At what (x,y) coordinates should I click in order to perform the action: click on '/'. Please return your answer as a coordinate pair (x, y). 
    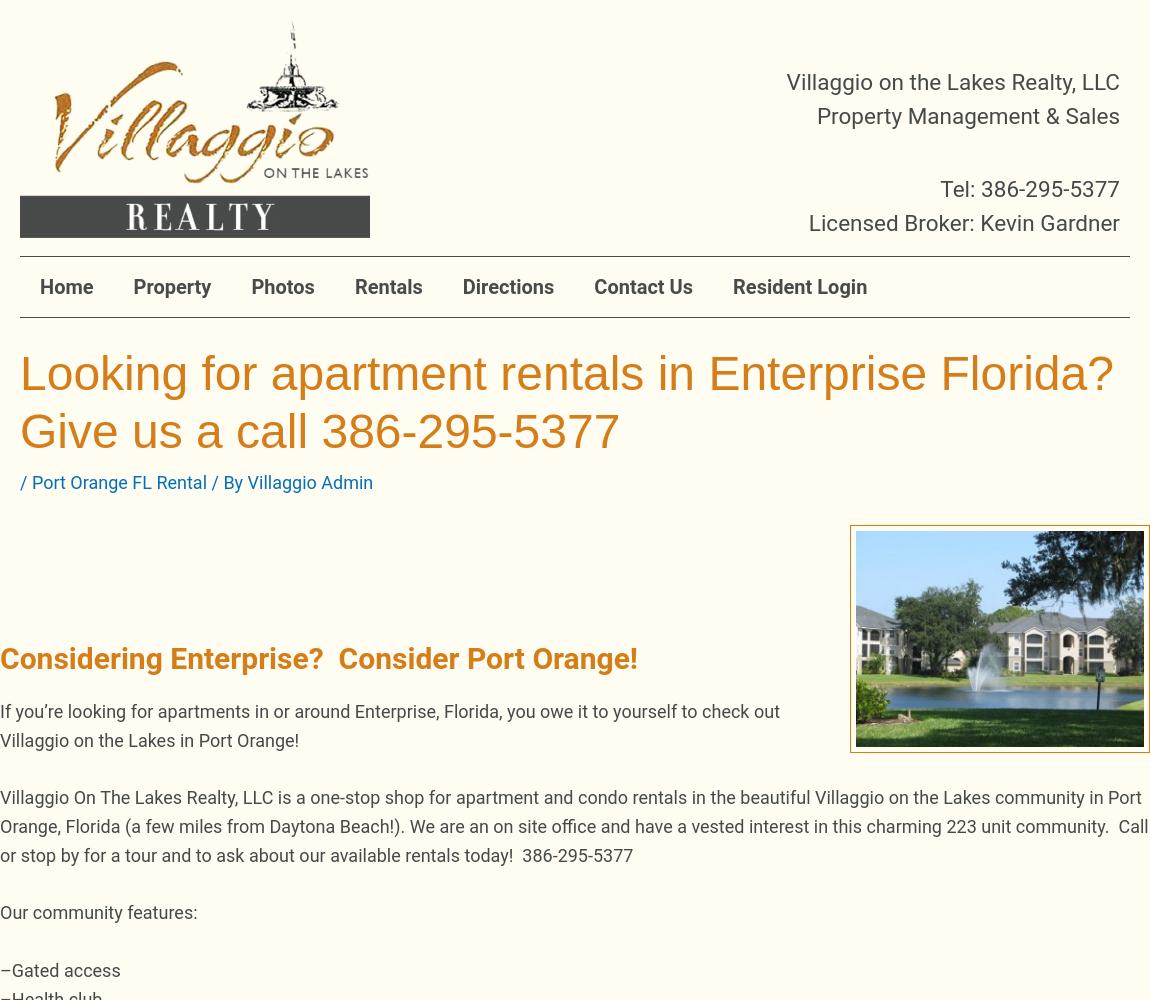
    Looking at the image, I should click on (24, 481).